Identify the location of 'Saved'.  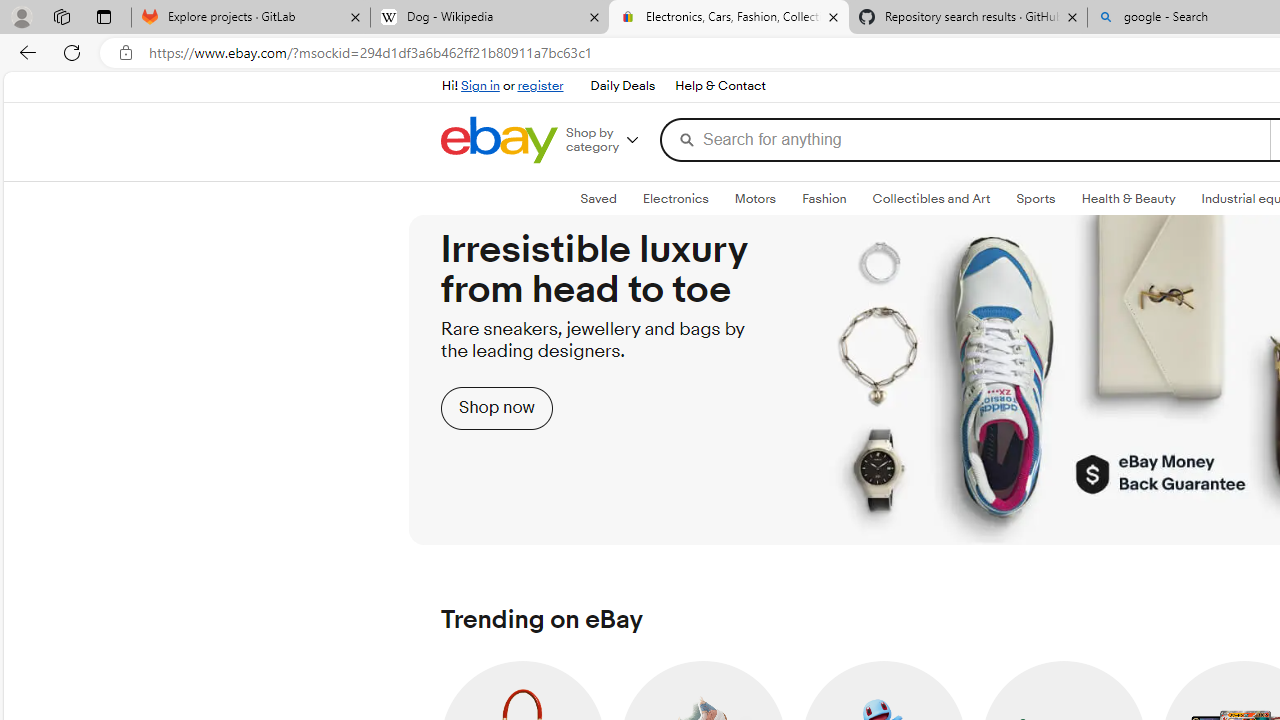
(597, 199).